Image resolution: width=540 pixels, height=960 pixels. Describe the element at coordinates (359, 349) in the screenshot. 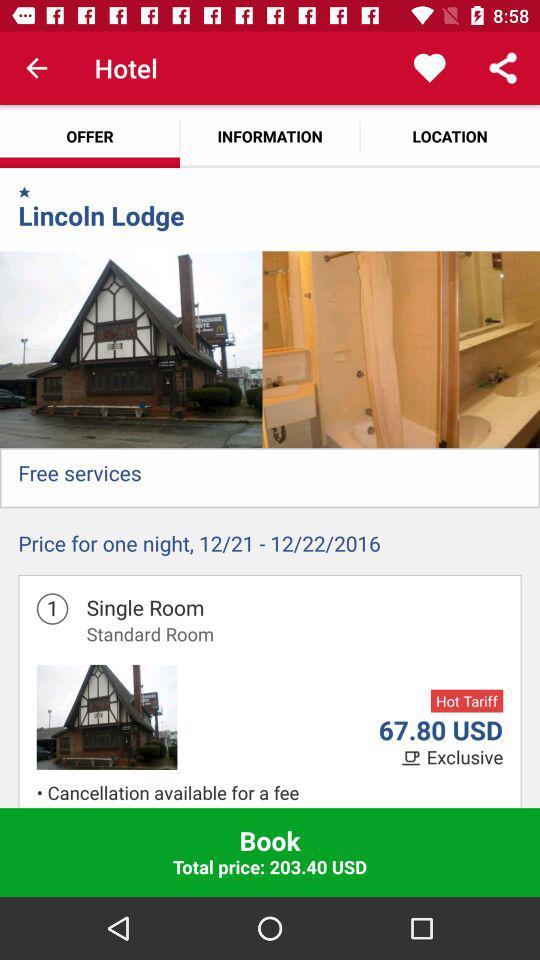

I see `second image below lincoln lodge` at that location.